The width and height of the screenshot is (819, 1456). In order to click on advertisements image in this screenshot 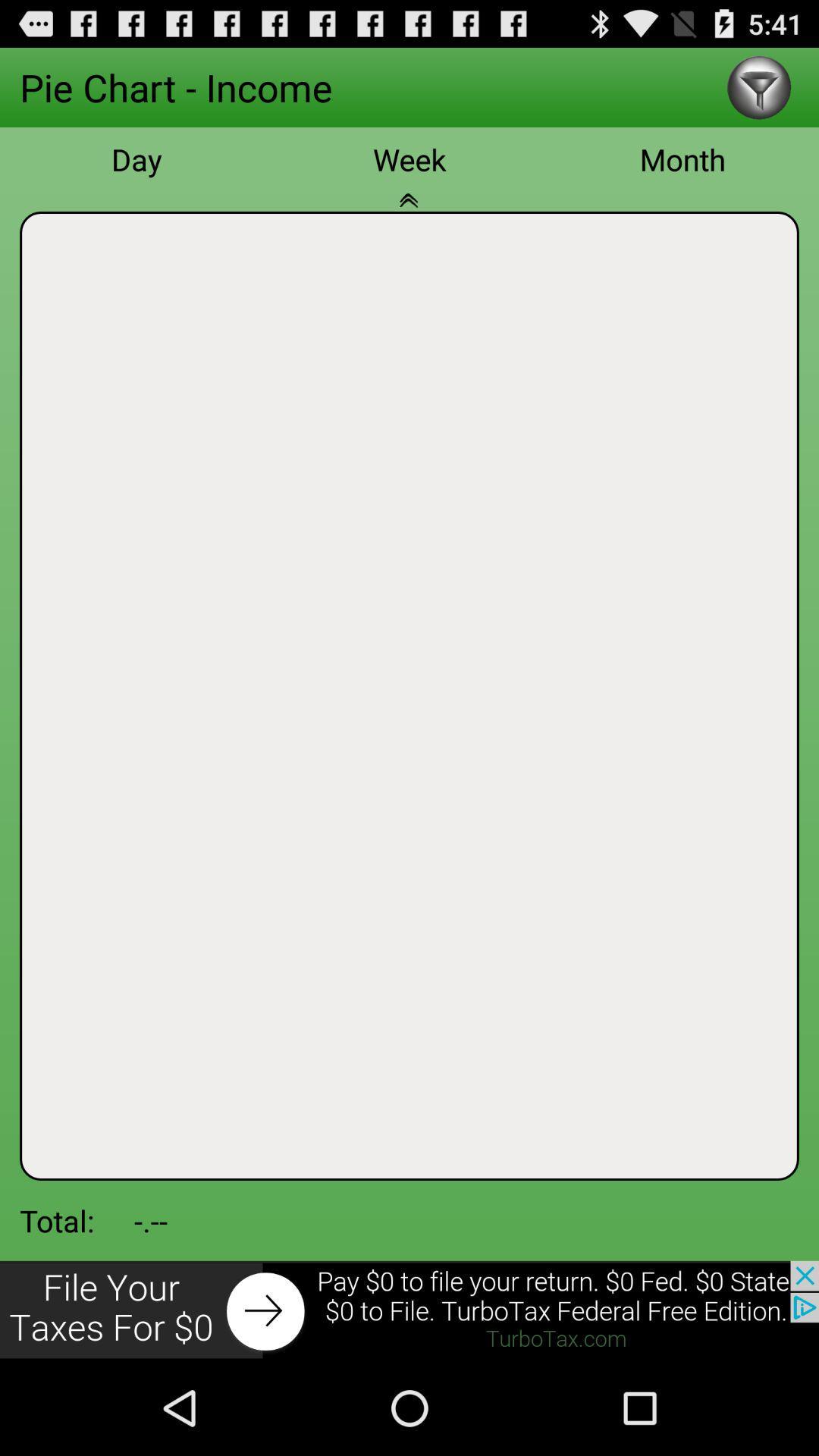, I will do `click(409, 1310)`.